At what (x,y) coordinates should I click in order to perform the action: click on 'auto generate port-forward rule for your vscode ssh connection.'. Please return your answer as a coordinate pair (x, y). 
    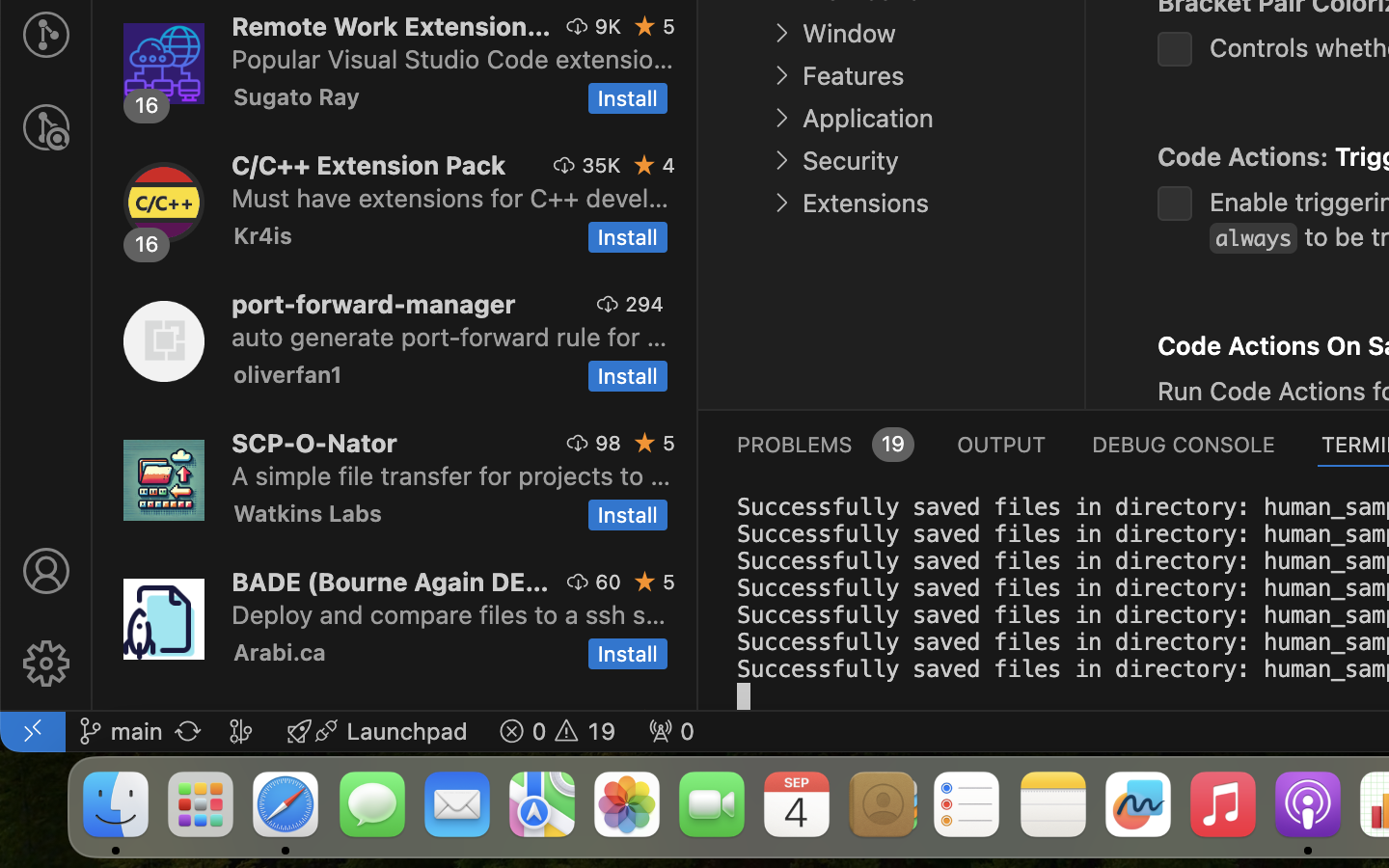
    Looking at the image, I should click on (449, 337).